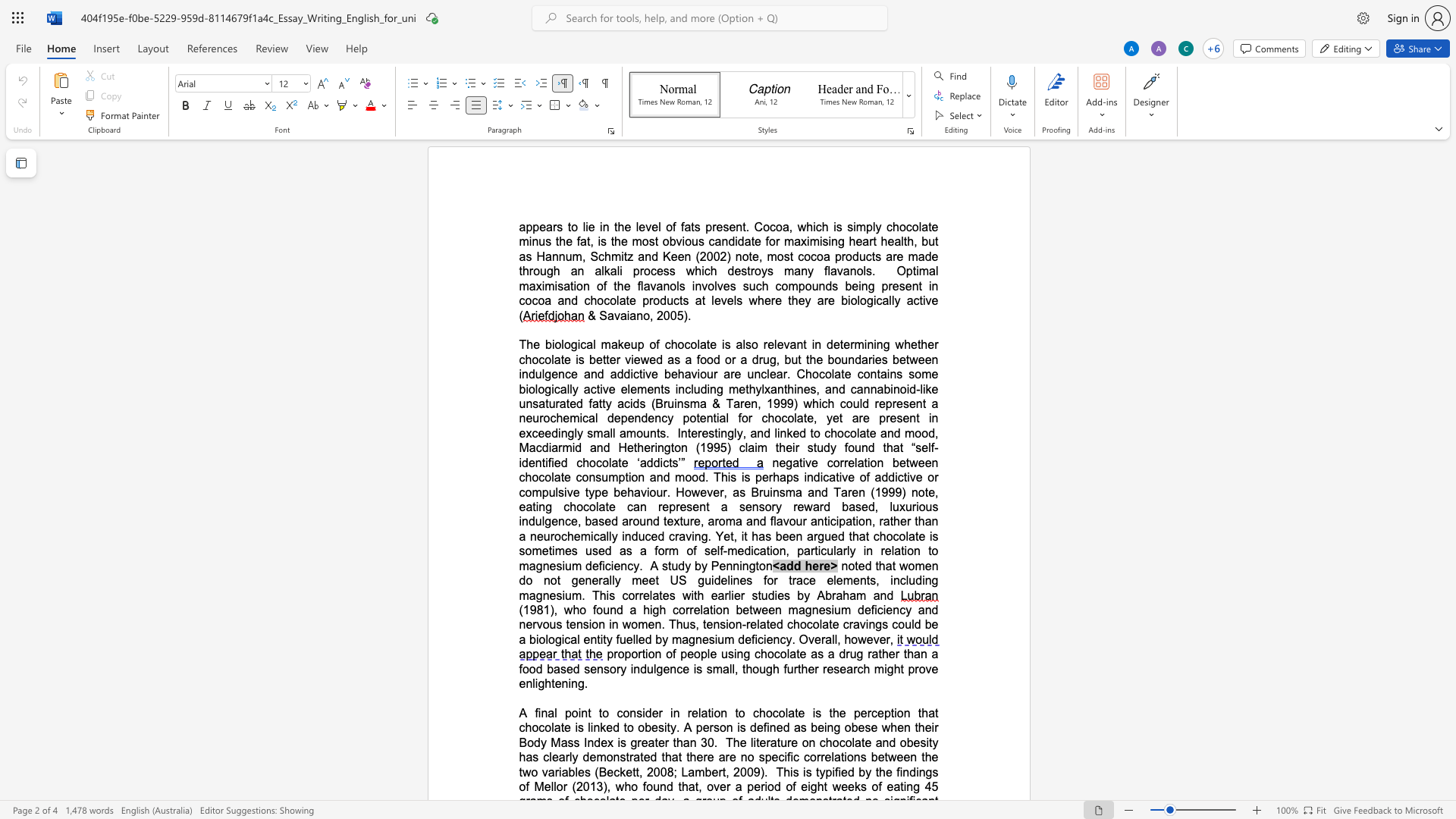 The width and height of the screenshot is (1456, 819). I want to click on the space between the continuous character "e" and "r" in the text, so click(817, 566).